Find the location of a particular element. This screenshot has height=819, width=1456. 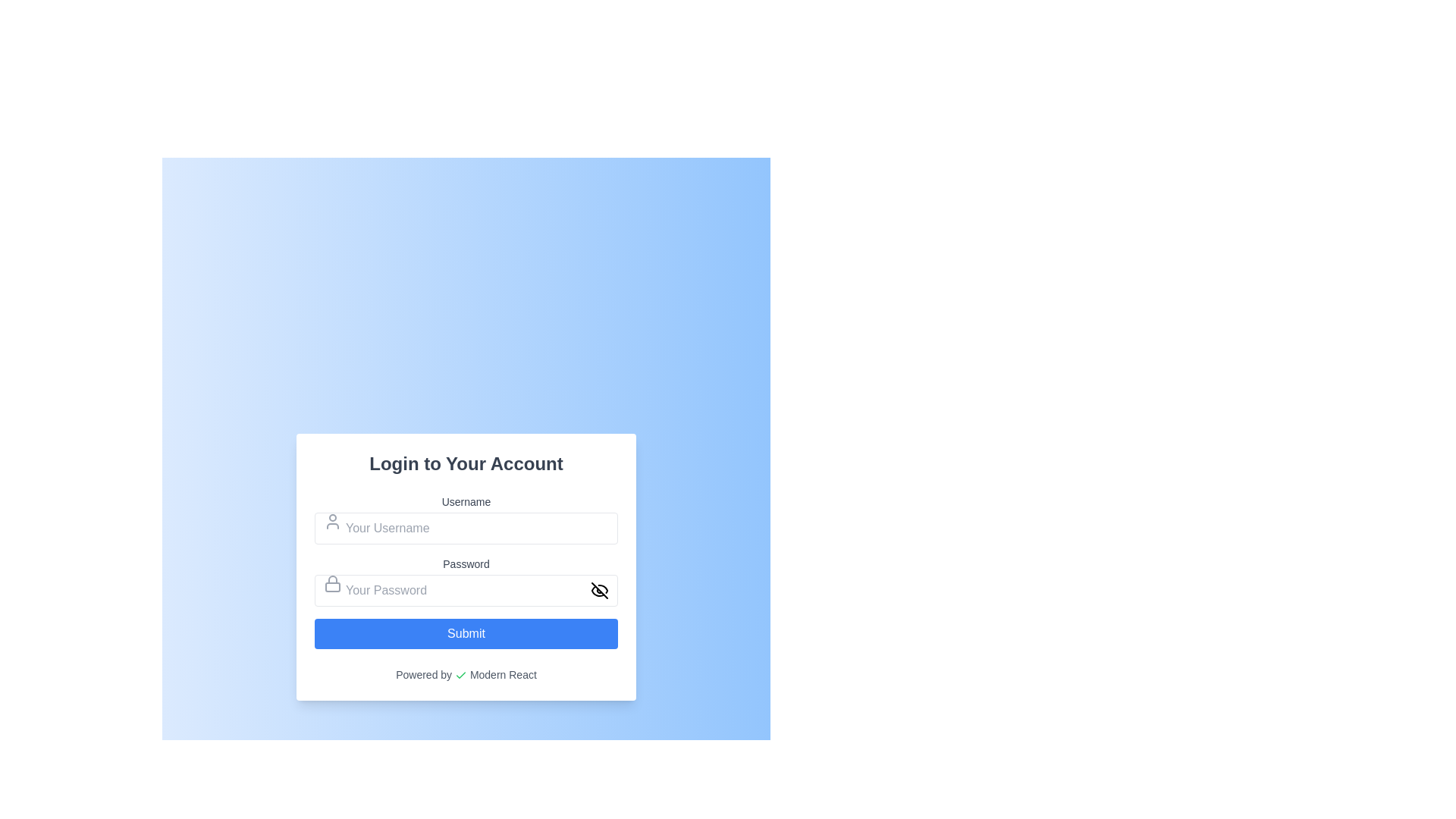

the text element saying 'Powered by Modern React' with a green checkmark icon, located at the bottom of the interface card below the 'Submit' button is located at coordinates (465, 674).